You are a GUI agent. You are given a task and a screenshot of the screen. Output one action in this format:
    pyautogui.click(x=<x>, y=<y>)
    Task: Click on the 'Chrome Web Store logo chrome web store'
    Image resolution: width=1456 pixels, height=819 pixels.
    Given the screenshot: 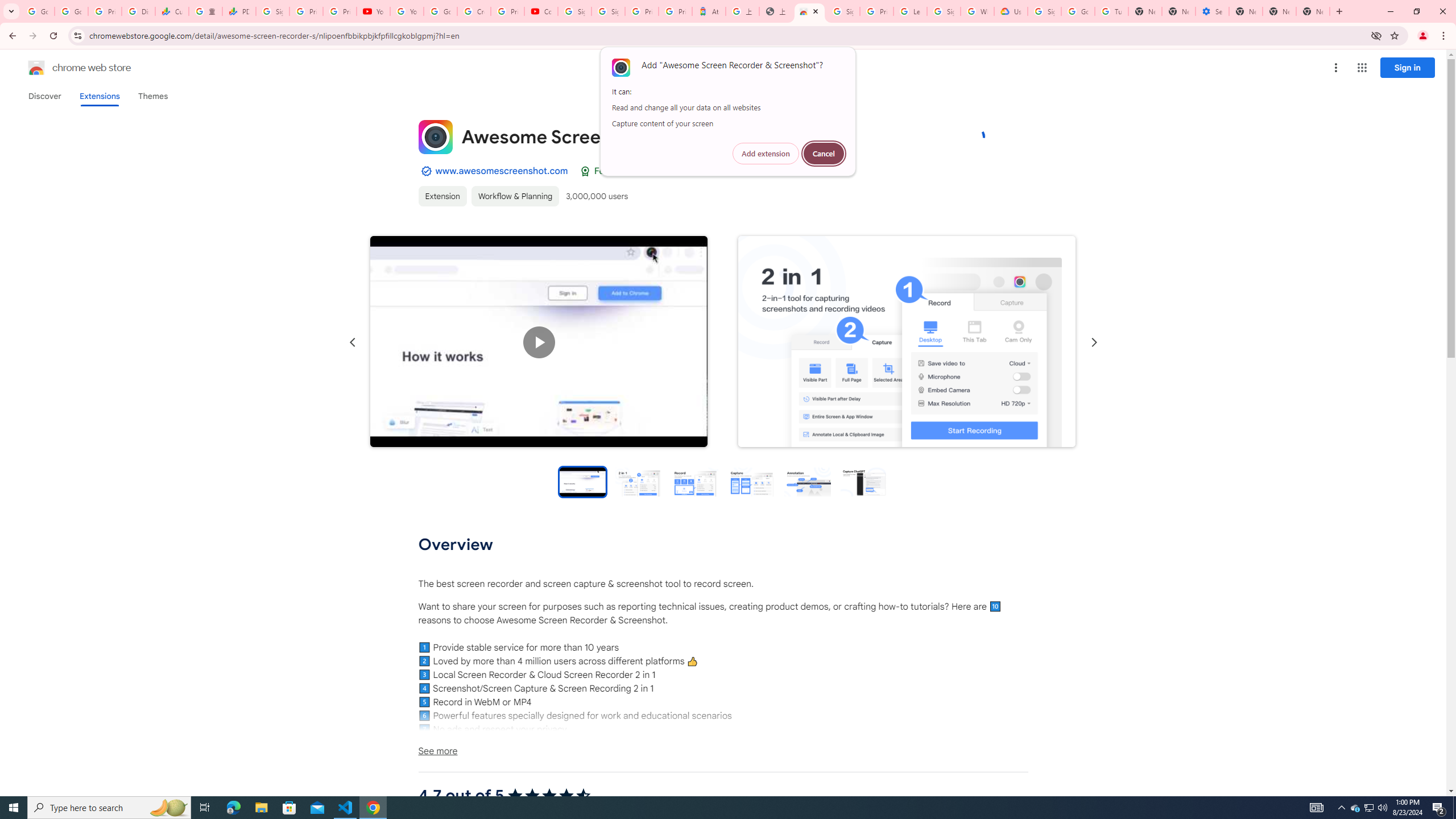 What is the action you would take?
    pyautogui.click(x=67, y=67)
    